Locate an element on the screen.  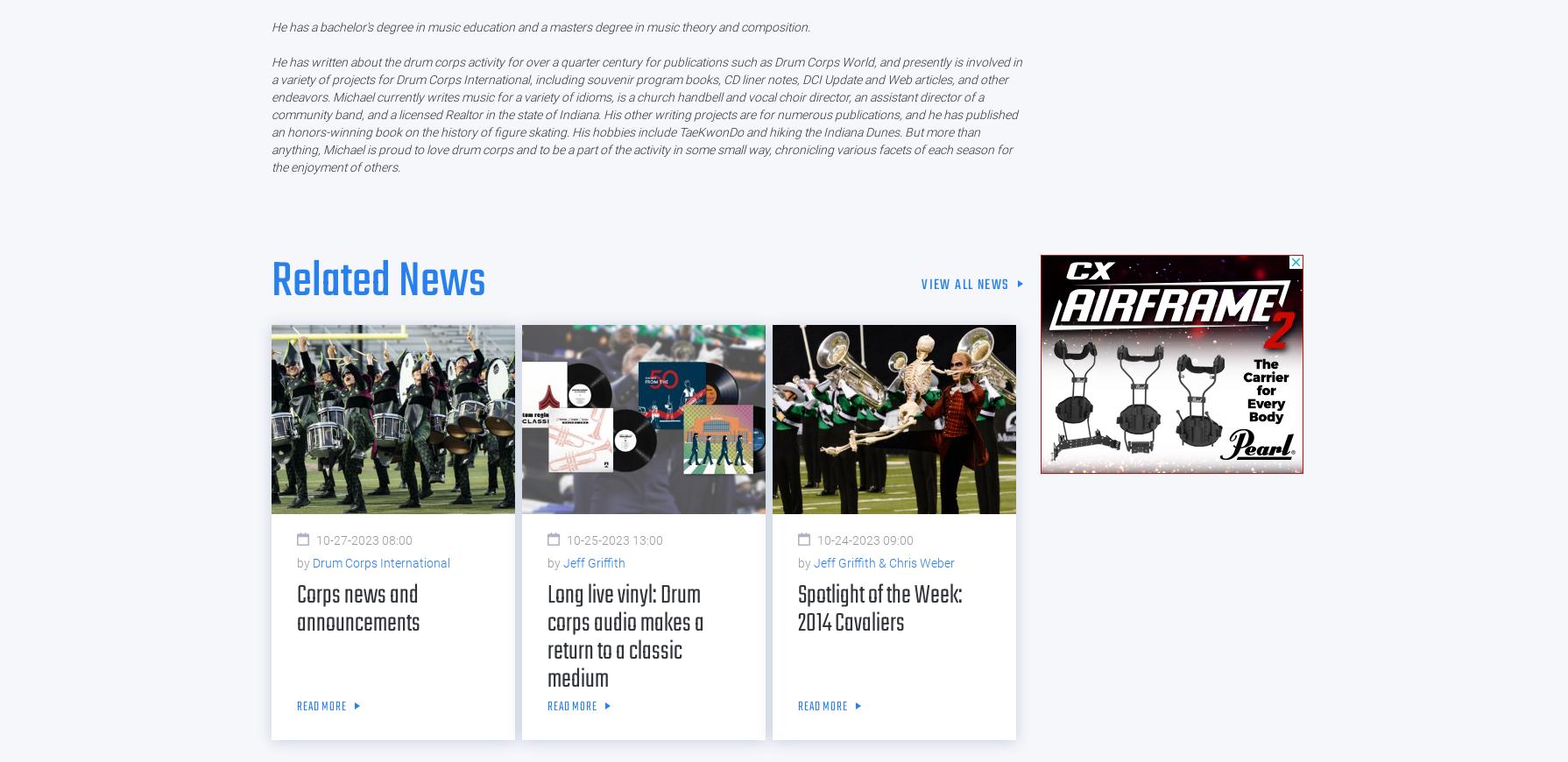
'10-27-2023 08:00' is located at coordinates (364, 540).